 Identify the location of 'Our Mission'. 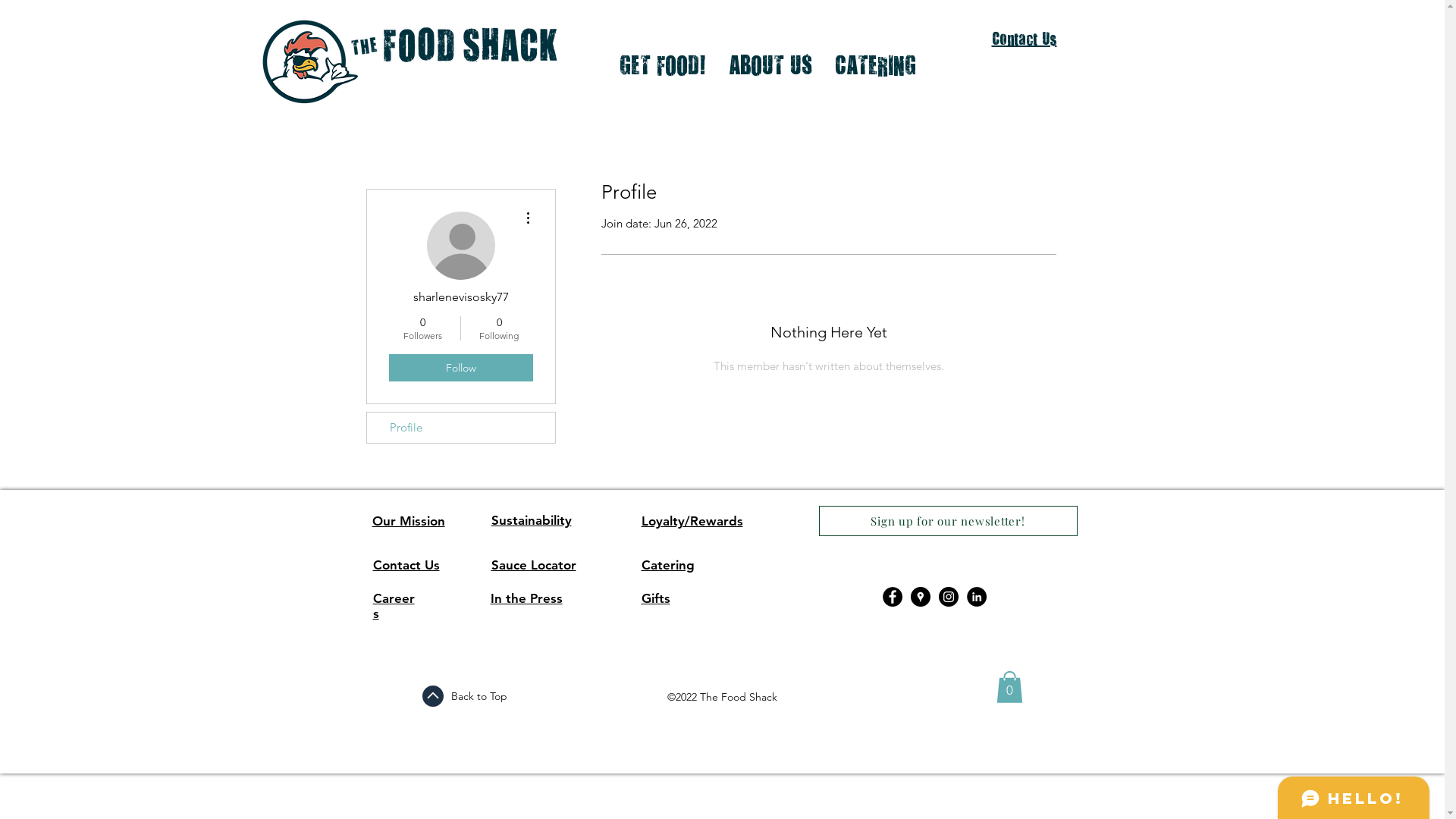
(407, 519).